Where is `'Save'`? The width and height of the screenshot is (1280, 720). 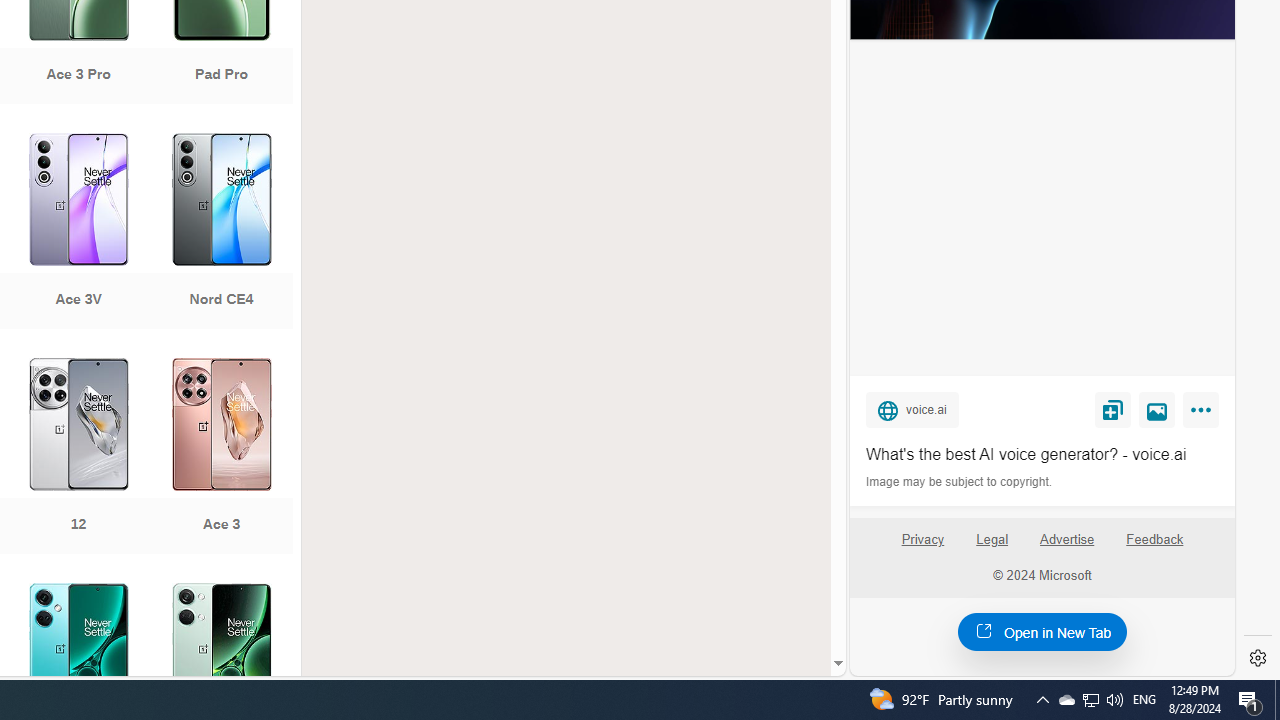
'Save' is located at coordinates (1111, 408).